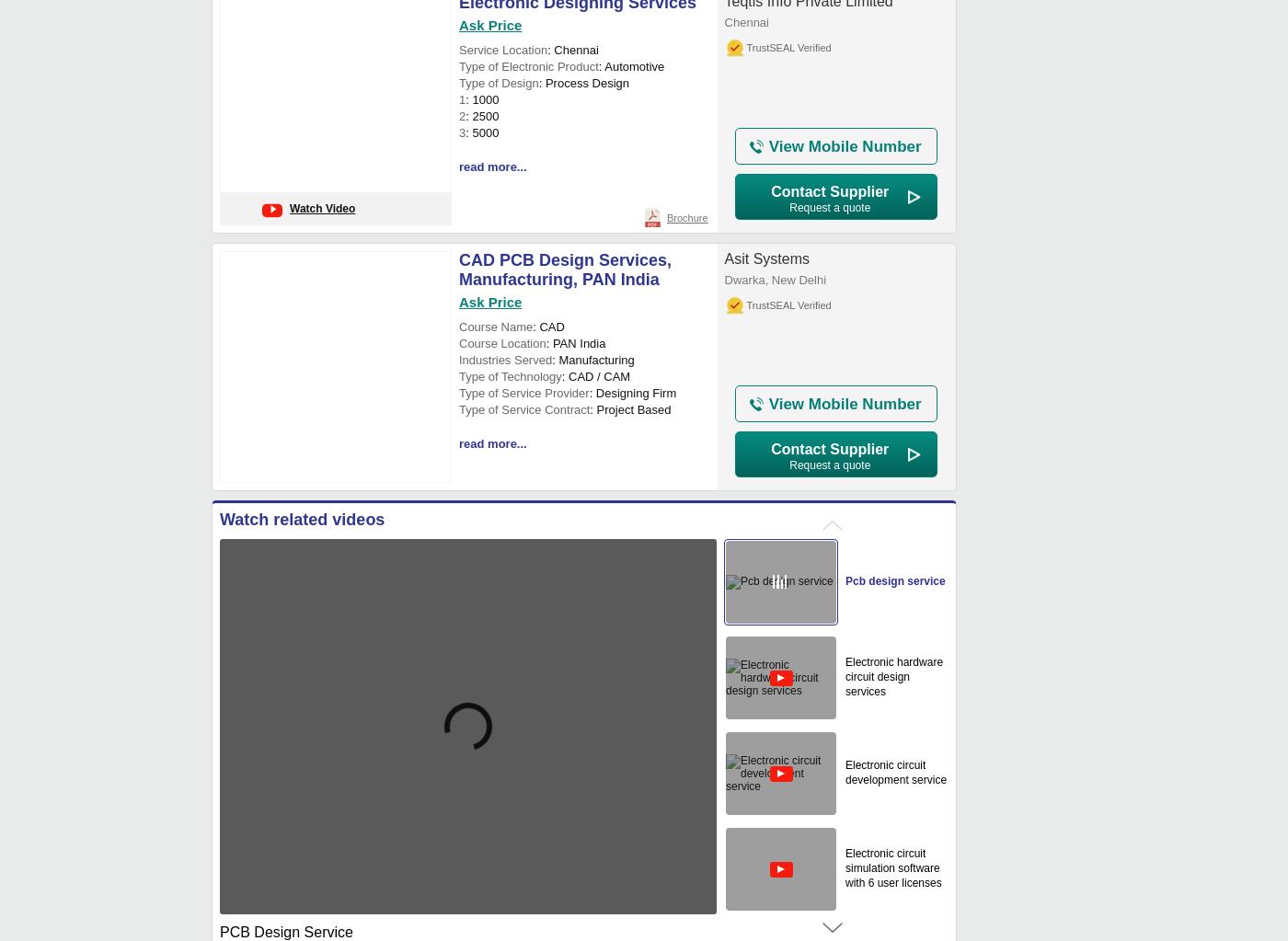 This screenshot has width=1288, height=941. What do you see at coordinates (502, 342) in the screenshot?
I see `'Course Location'` at bounding box center [502, 342].